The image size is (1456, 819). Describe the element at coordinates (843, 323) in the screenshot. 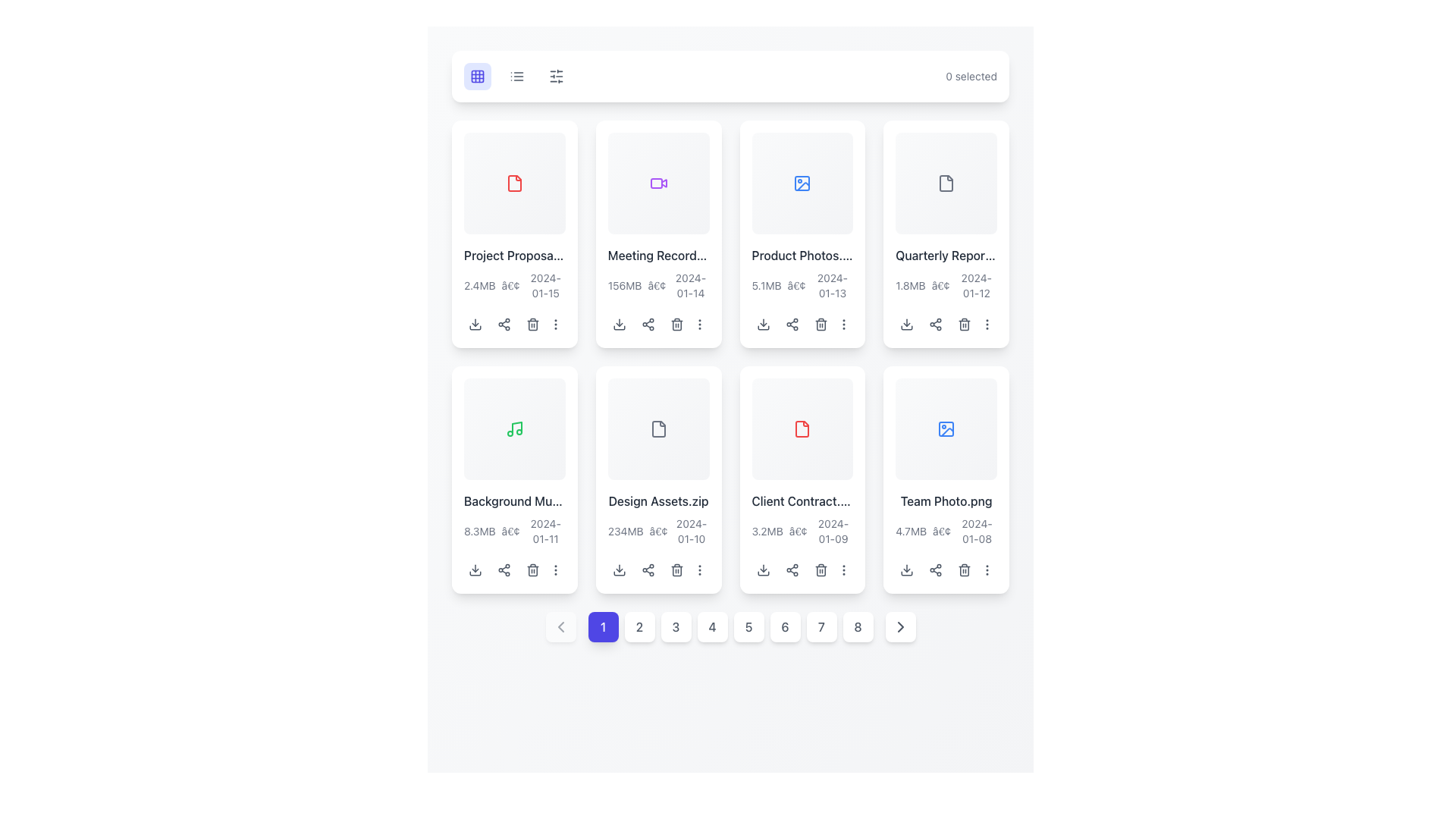

I see `the icon button at the end of the action icons below the 'Product Photos.jpg' card` at that location.